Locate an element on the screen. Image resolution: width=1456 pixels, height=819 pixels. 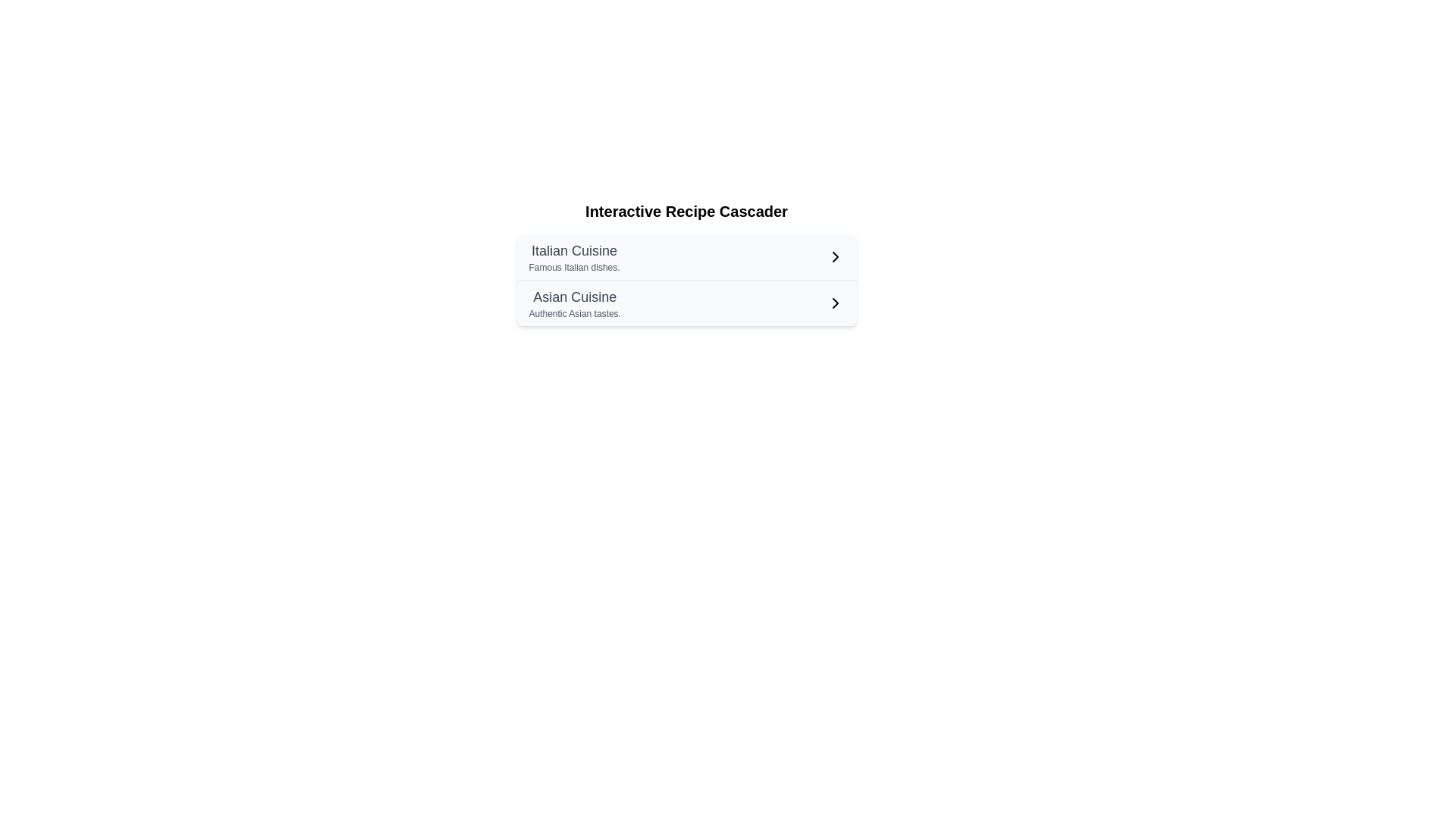
the chevron arrow icon pointing to the right, located next to the 'Asian Cuisine' text, to proceed to the Asian Cuisine submenu is located at coordinates (834, 303).